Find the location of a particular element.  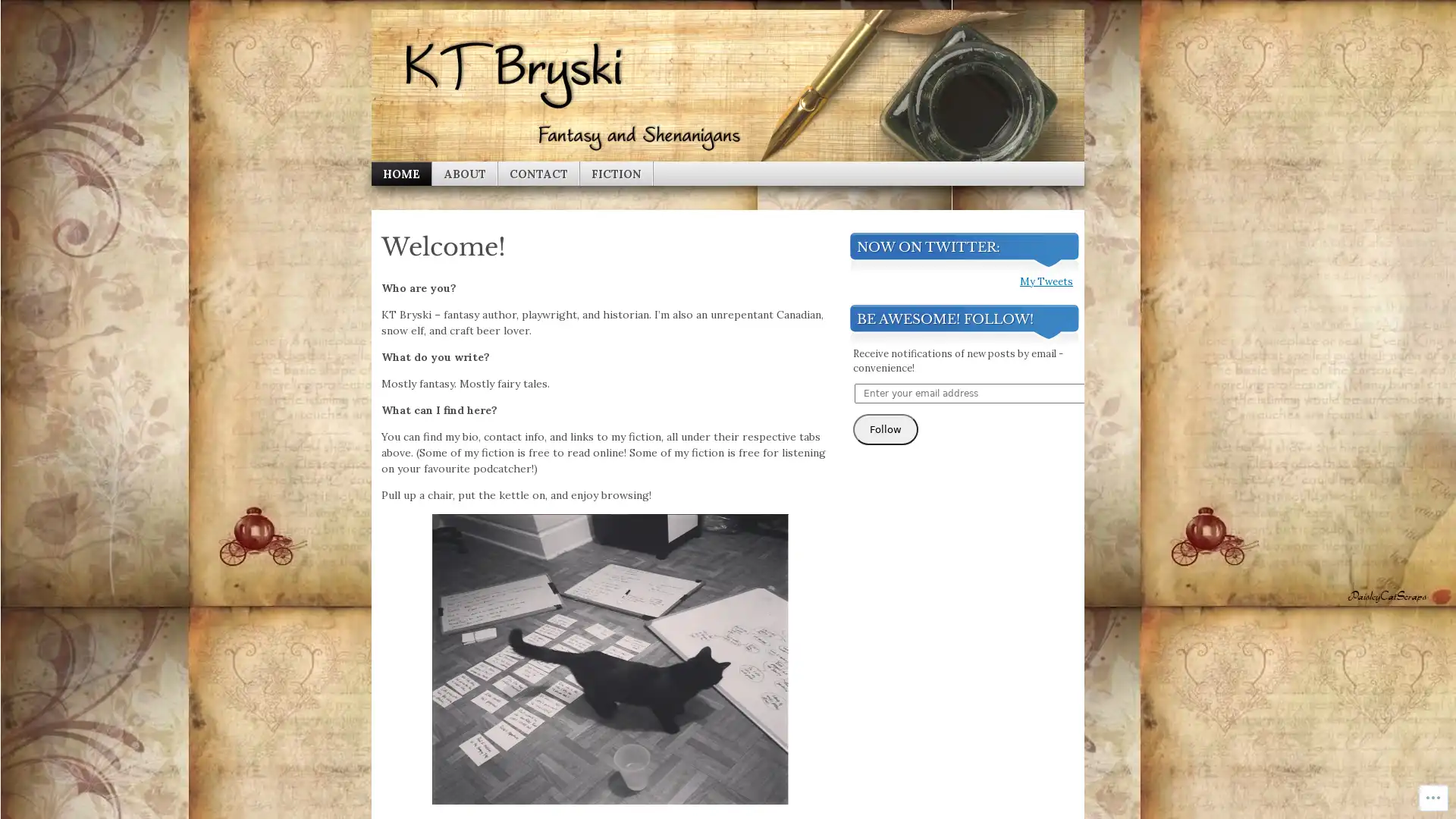

Follow is located at coordinates (885, 661).